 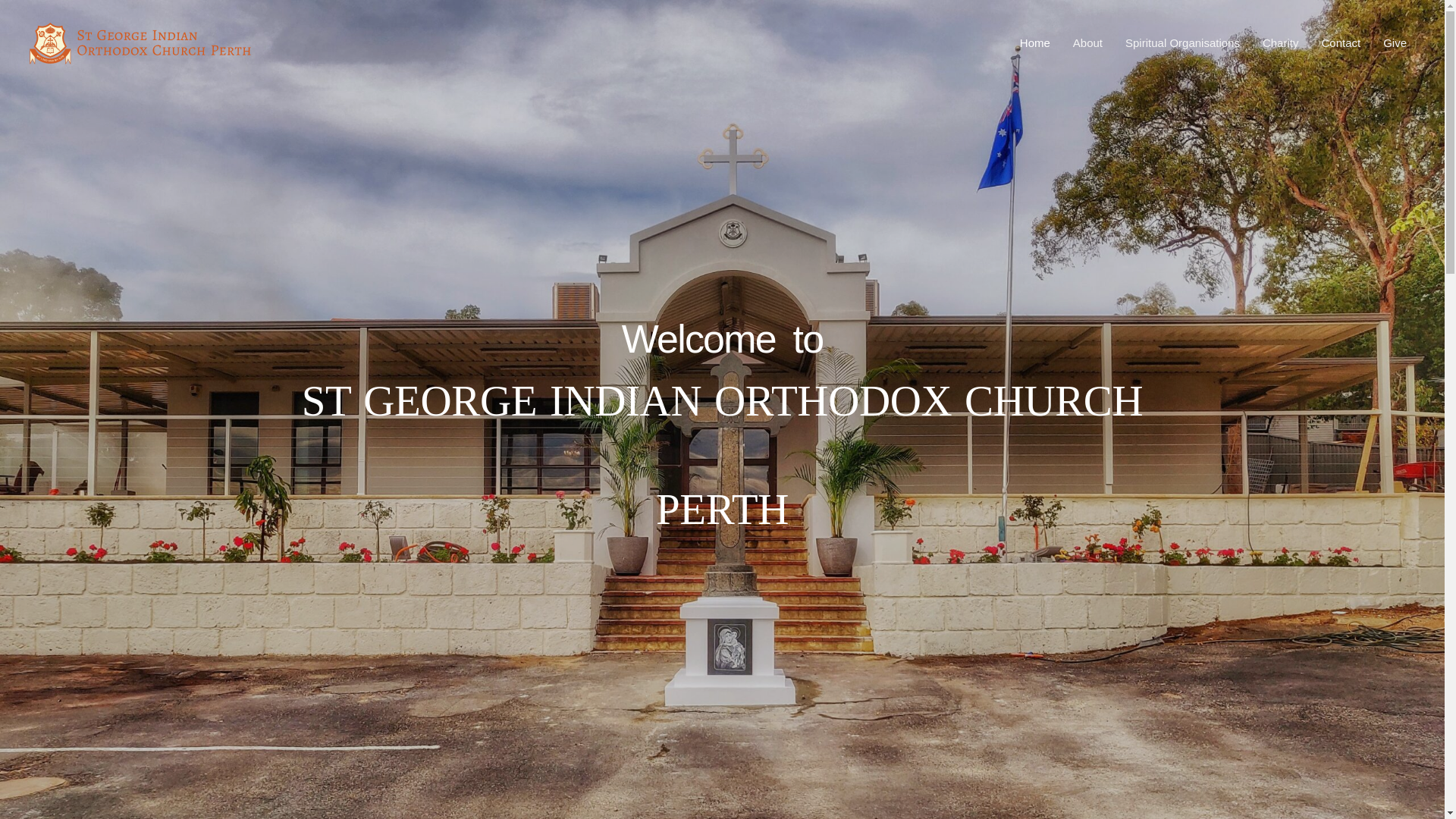 What do you see at coordinates (1061, 42) in the screenshot?
I see `'About'` at bounding box center [1061, 42].